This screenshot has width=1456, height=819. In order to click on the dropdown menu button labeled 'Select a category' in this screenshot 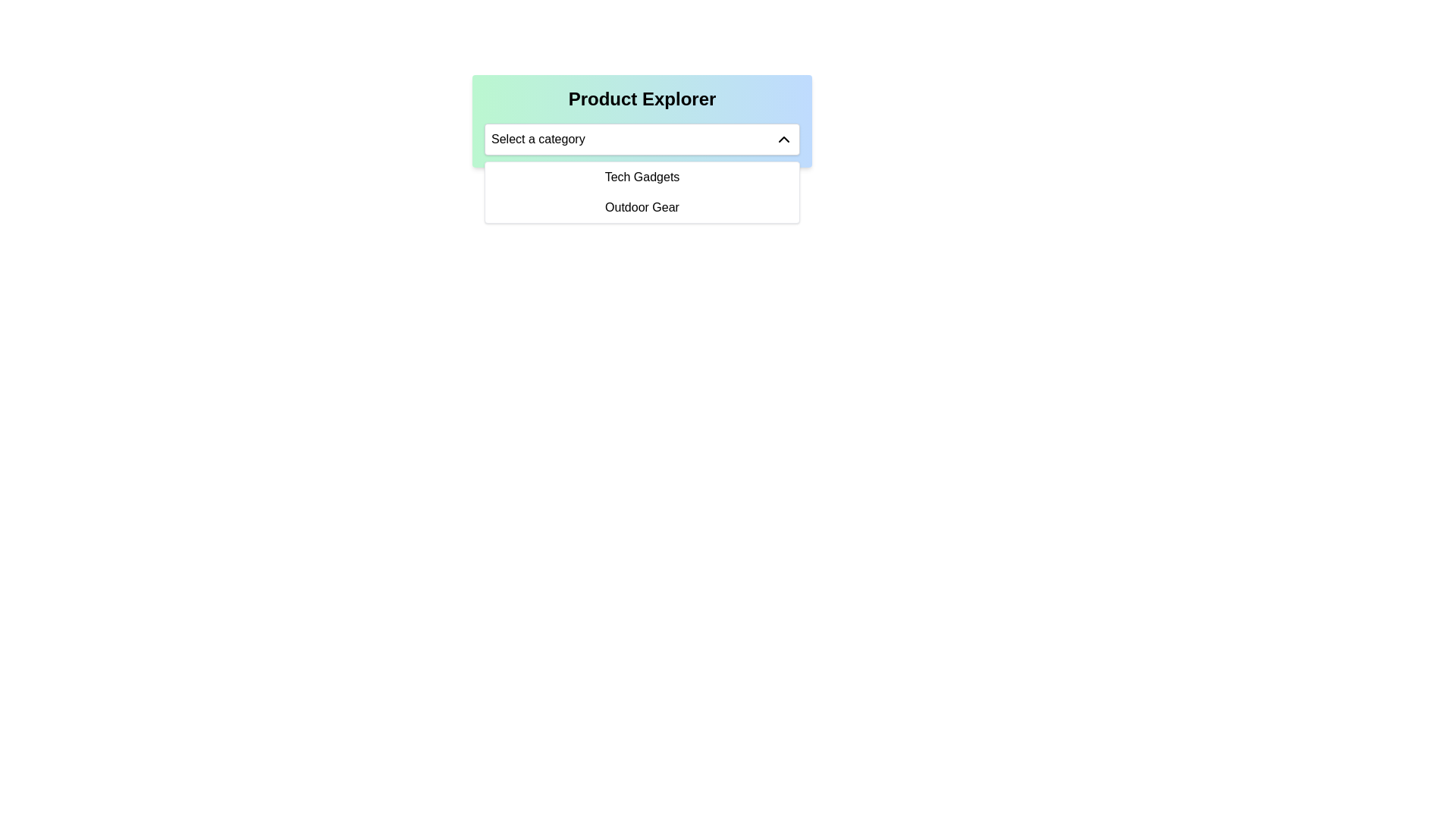, I will do `click(642, 140)`.